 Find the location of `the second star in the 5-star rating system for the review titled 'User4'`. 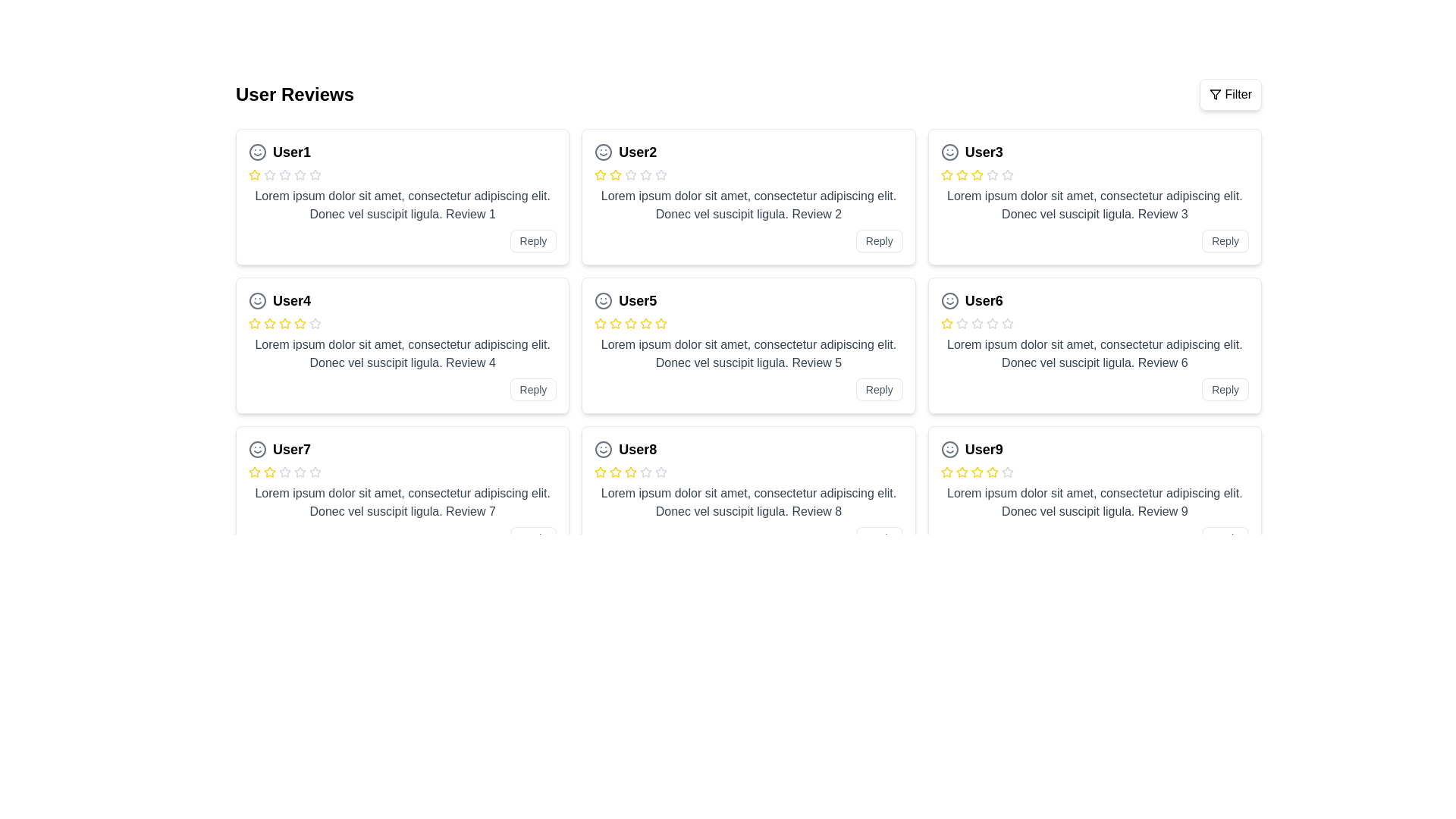

the second star in the 5-star rating system for the review titled 'User4' is located at coordinates (269, 322).